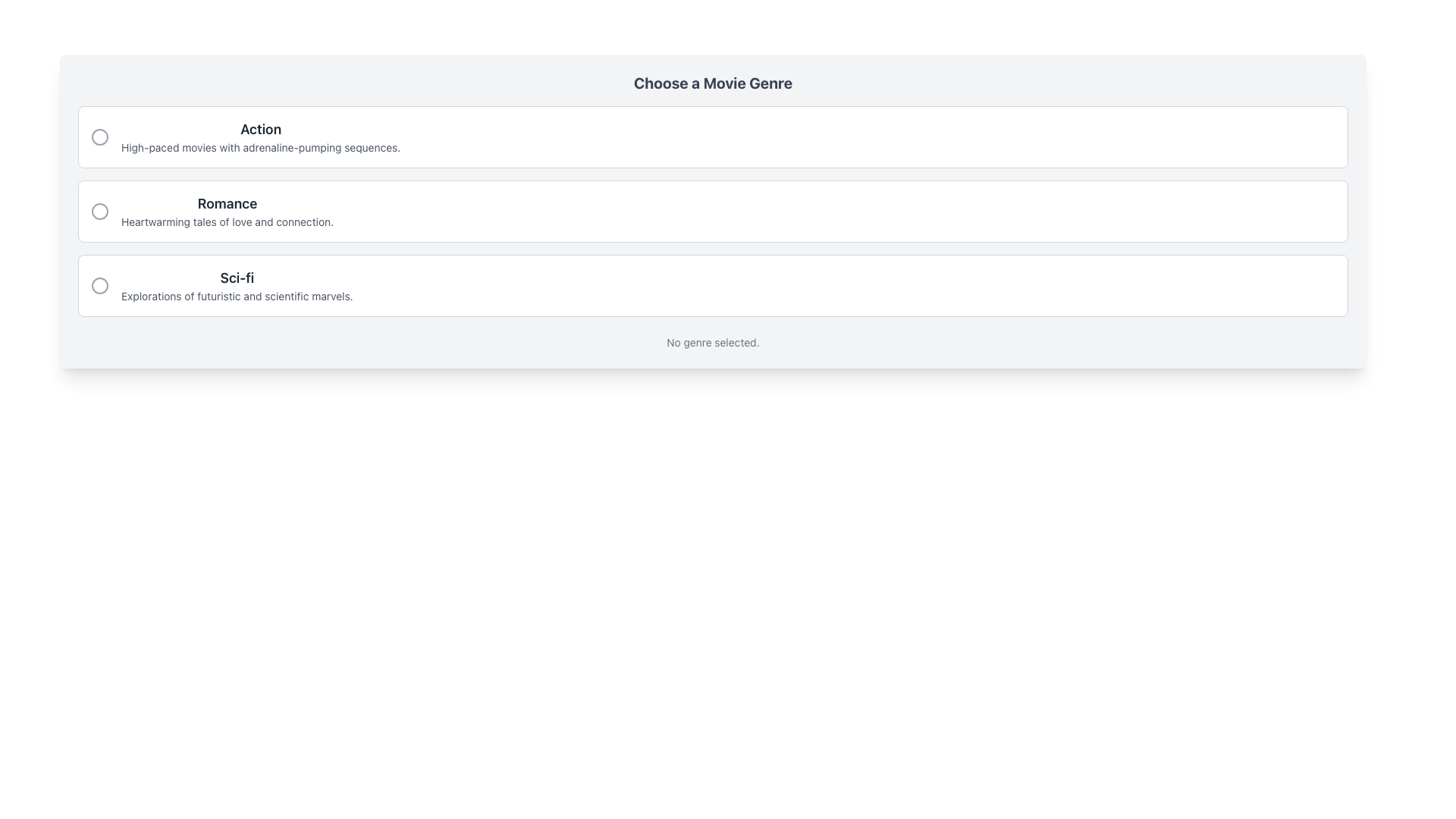  I want to click on the text label displaying 'Heartwarming tales of love and connection.' which is positioned beneath the 'Romance' title in the interface, so click(227, 222).